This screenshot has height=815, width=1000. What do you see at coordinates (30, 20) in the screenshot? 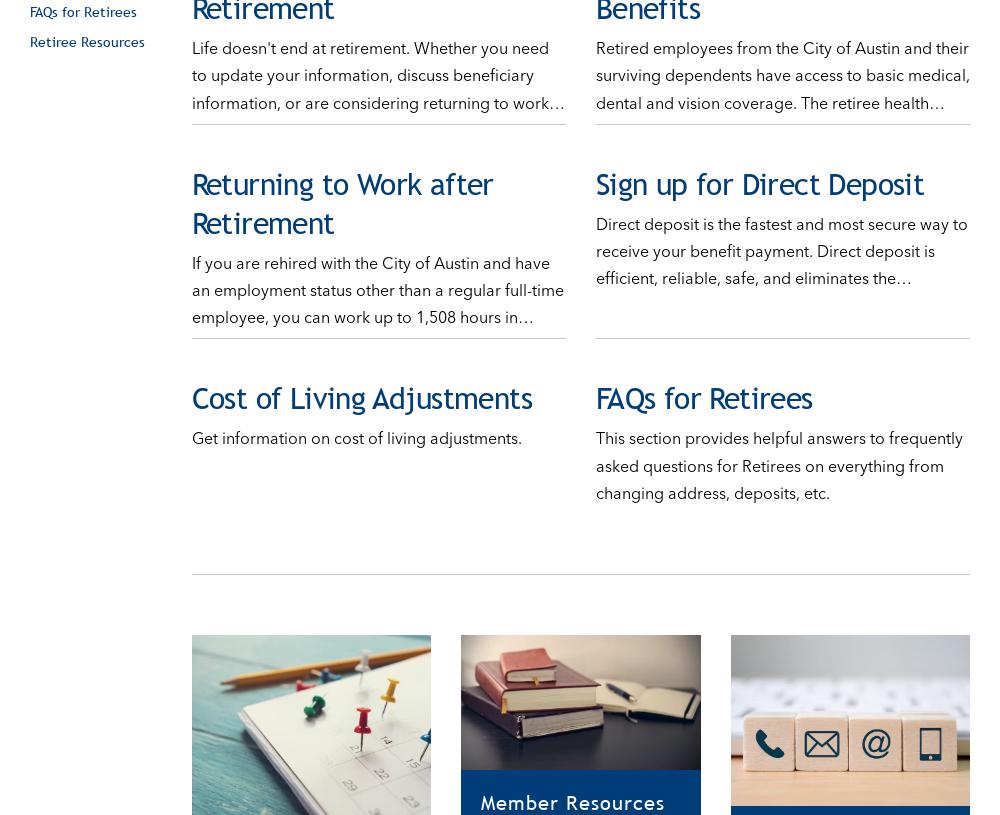
I see `'Retiree Resources'` at bounding box center [30, 20].